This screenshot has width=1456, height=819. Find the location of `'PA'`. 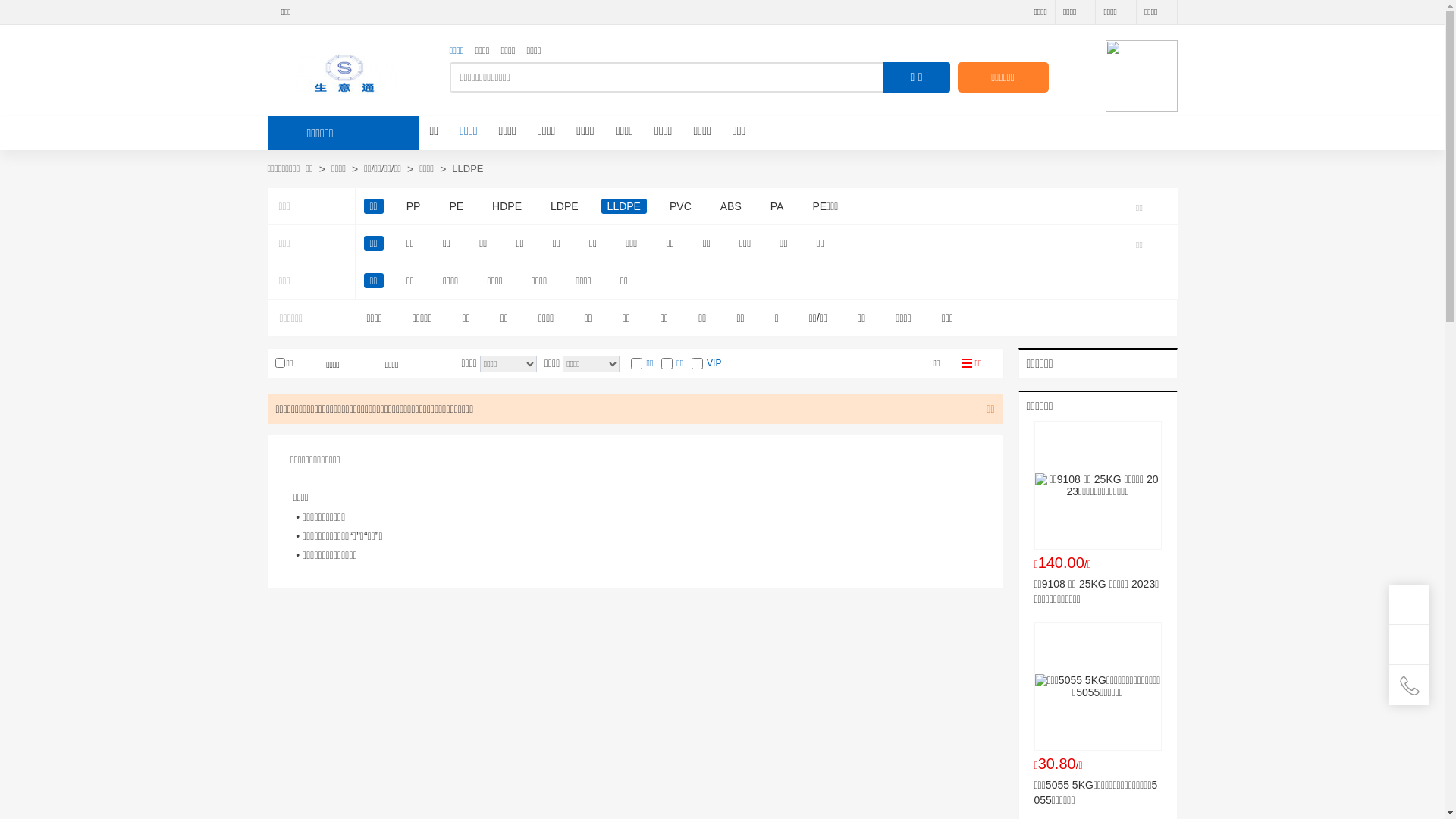

'PA' is located at coordinates (764, 206).